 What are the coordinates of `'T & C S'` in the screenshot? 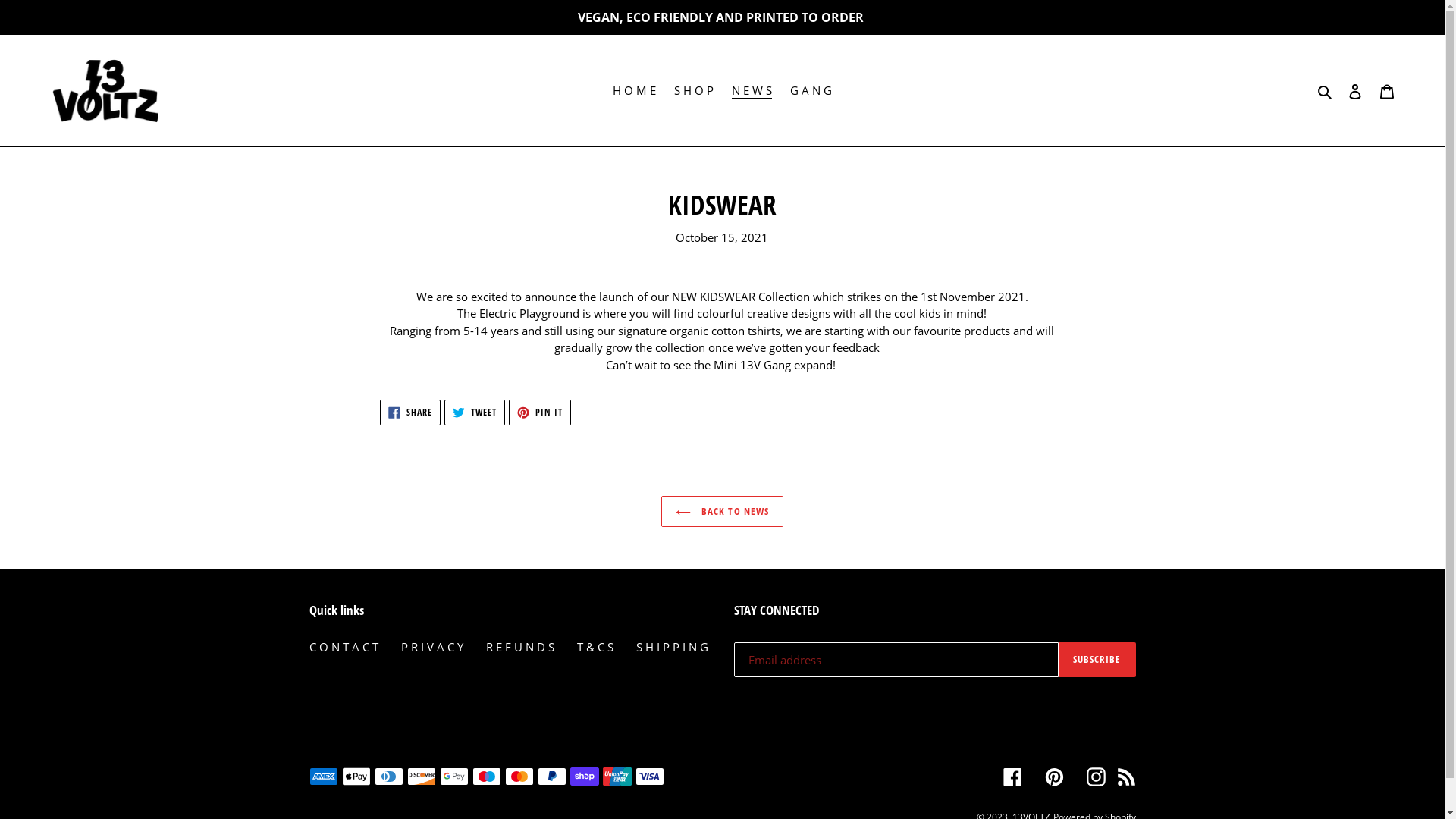 It's located at (593, 646).